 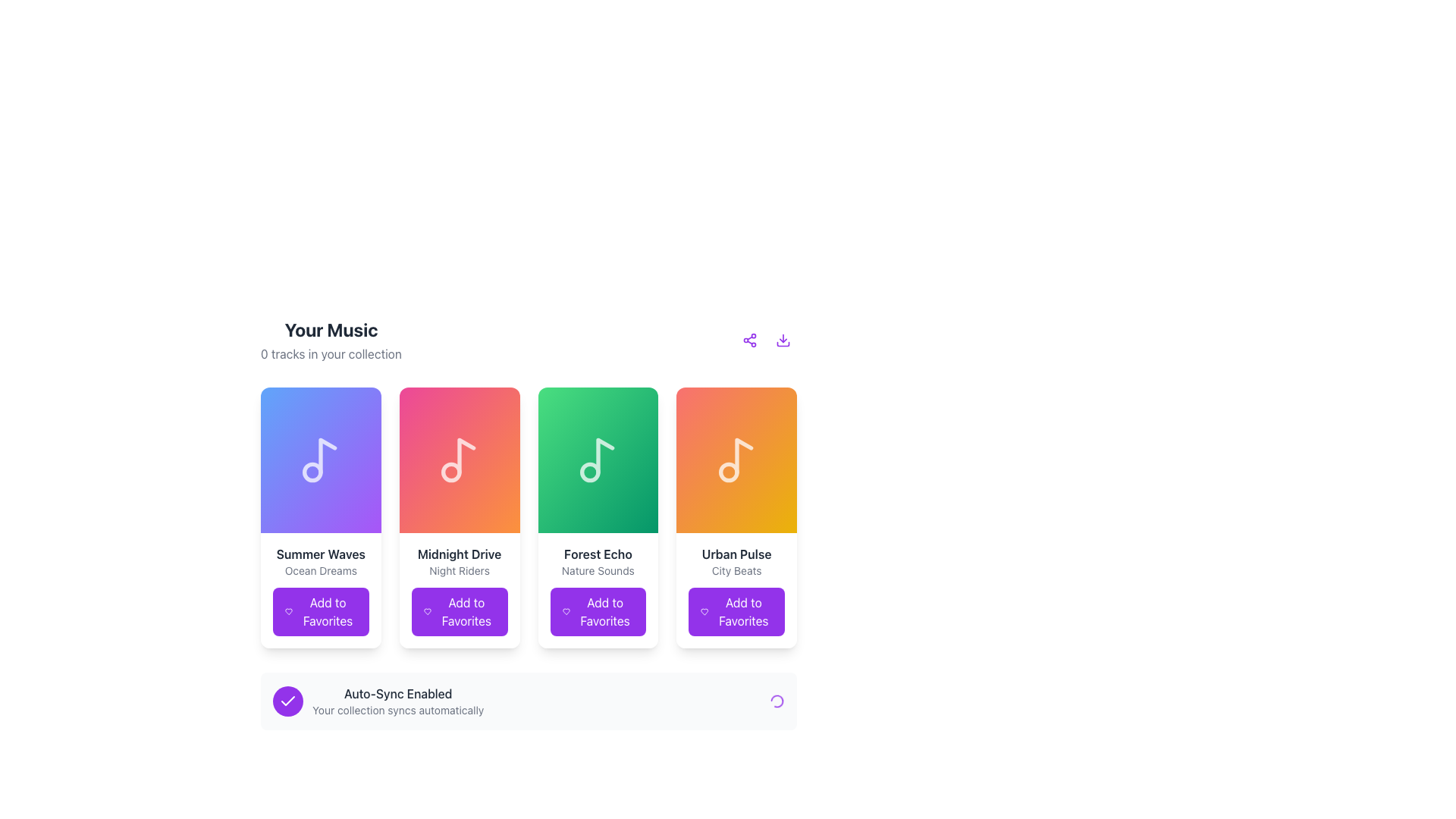 I want to click on the favorite button located at the bottom of the 'Urban Pulse' card in the horizontal list, so click(x=736, y=610).